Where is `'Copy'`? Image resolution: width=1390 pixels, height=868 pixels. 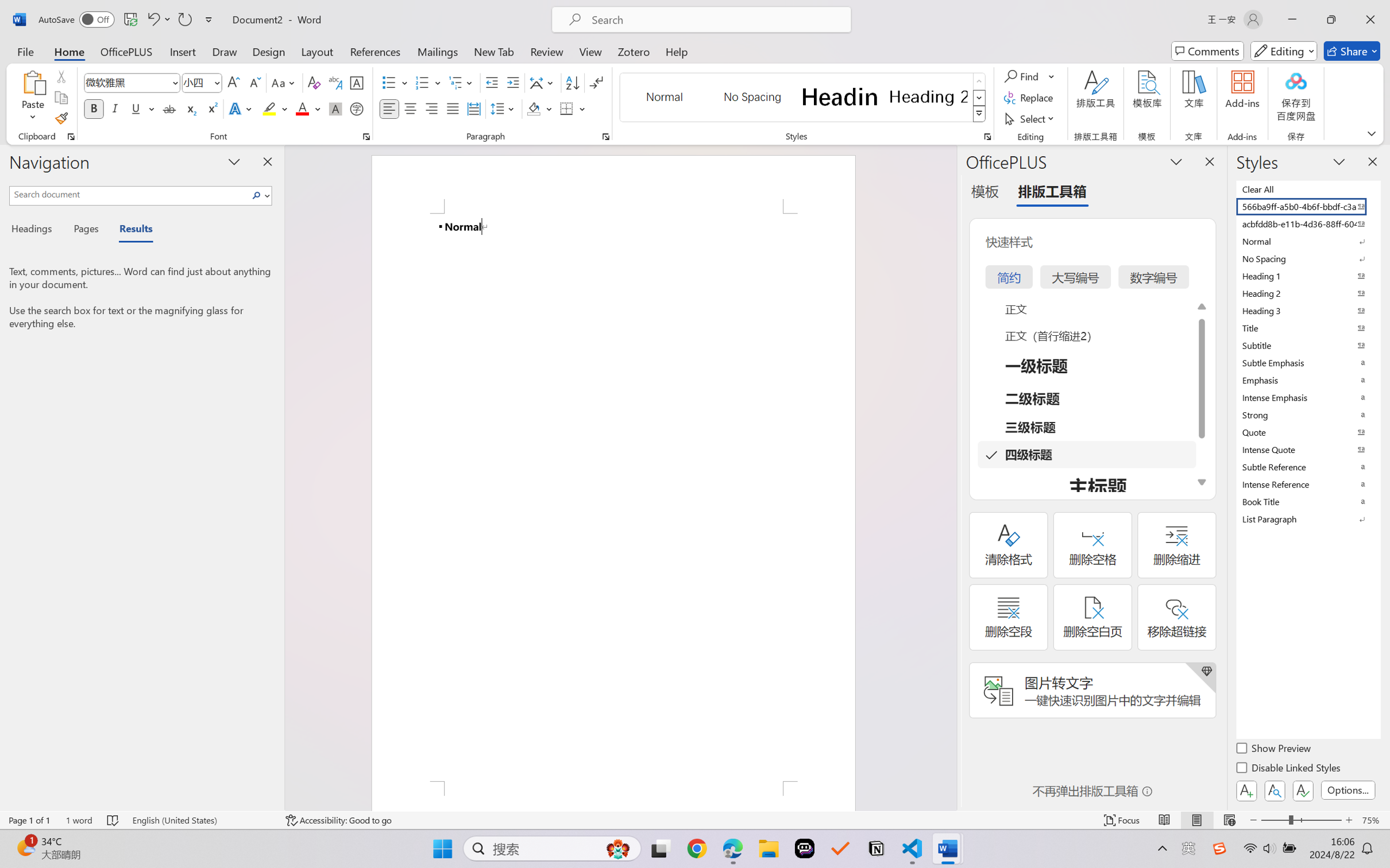 'Copy' is located at coordinates (60, 98).